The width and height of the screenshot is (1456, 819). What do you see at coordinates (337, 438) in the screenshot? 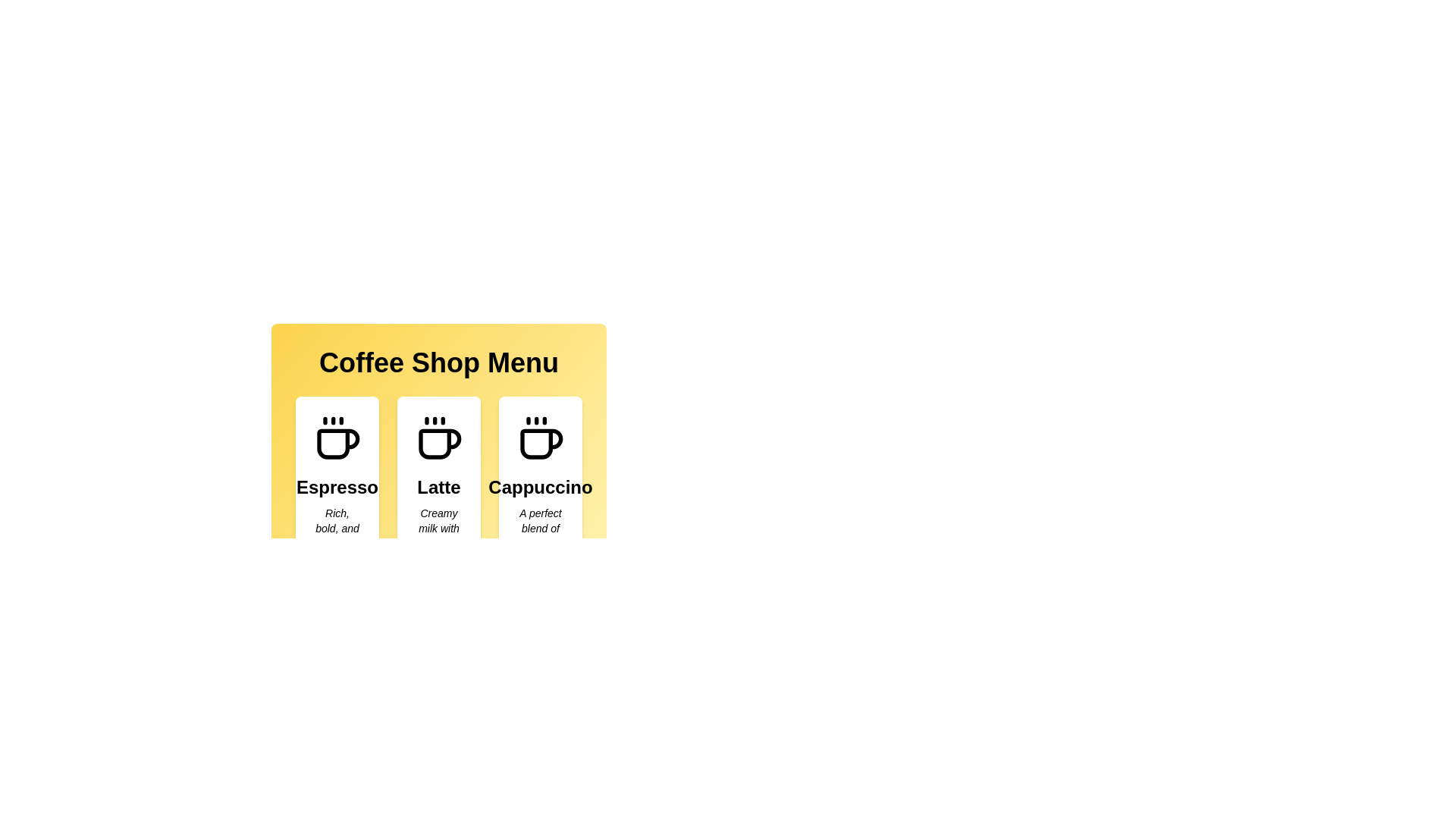
I see `the coffee icon associated with the menu item Espresso` at bounding box center [337, 438].